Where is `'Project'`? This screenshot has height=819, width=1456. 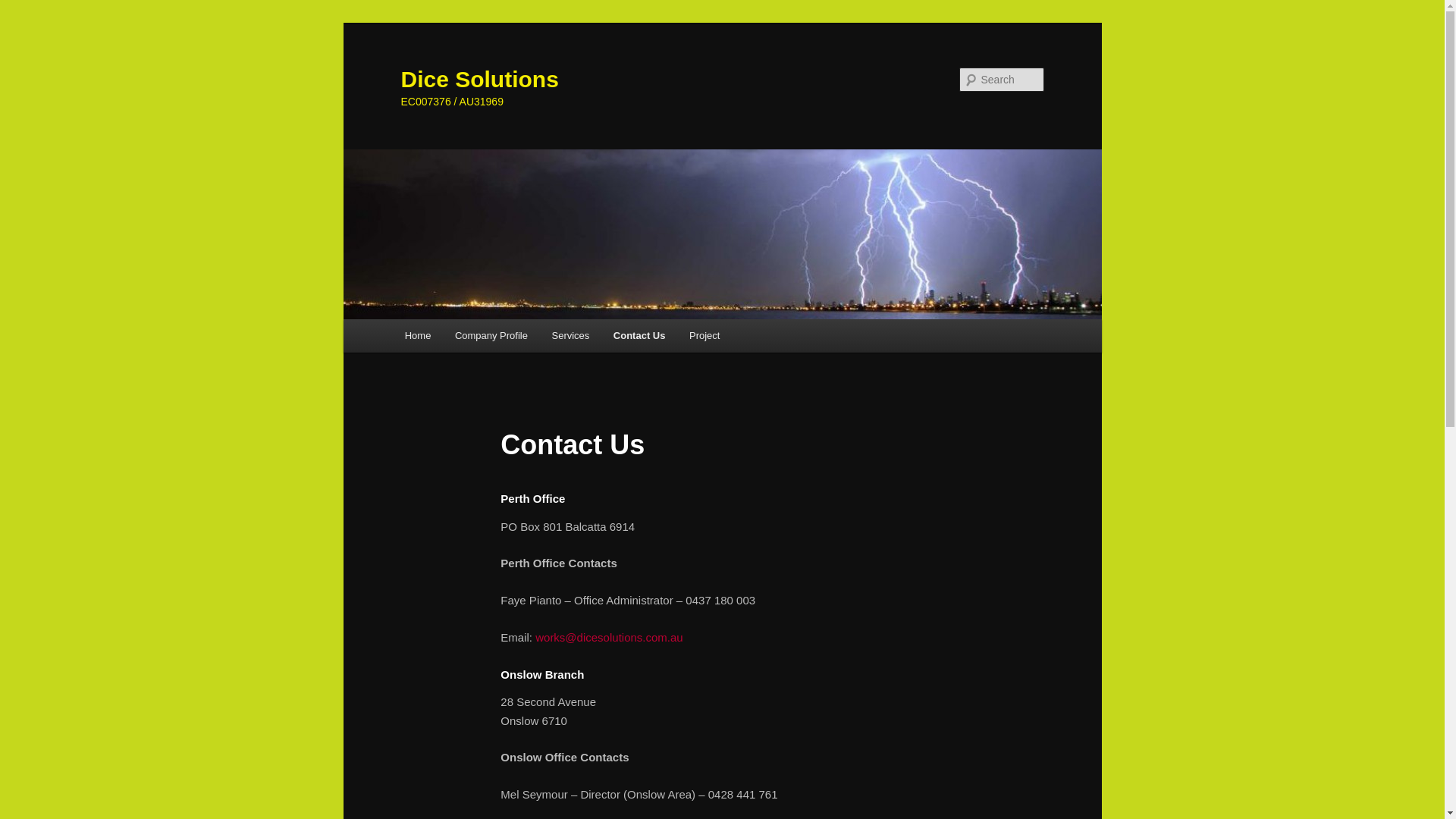 'Project' is located at coordinates (704, 334).